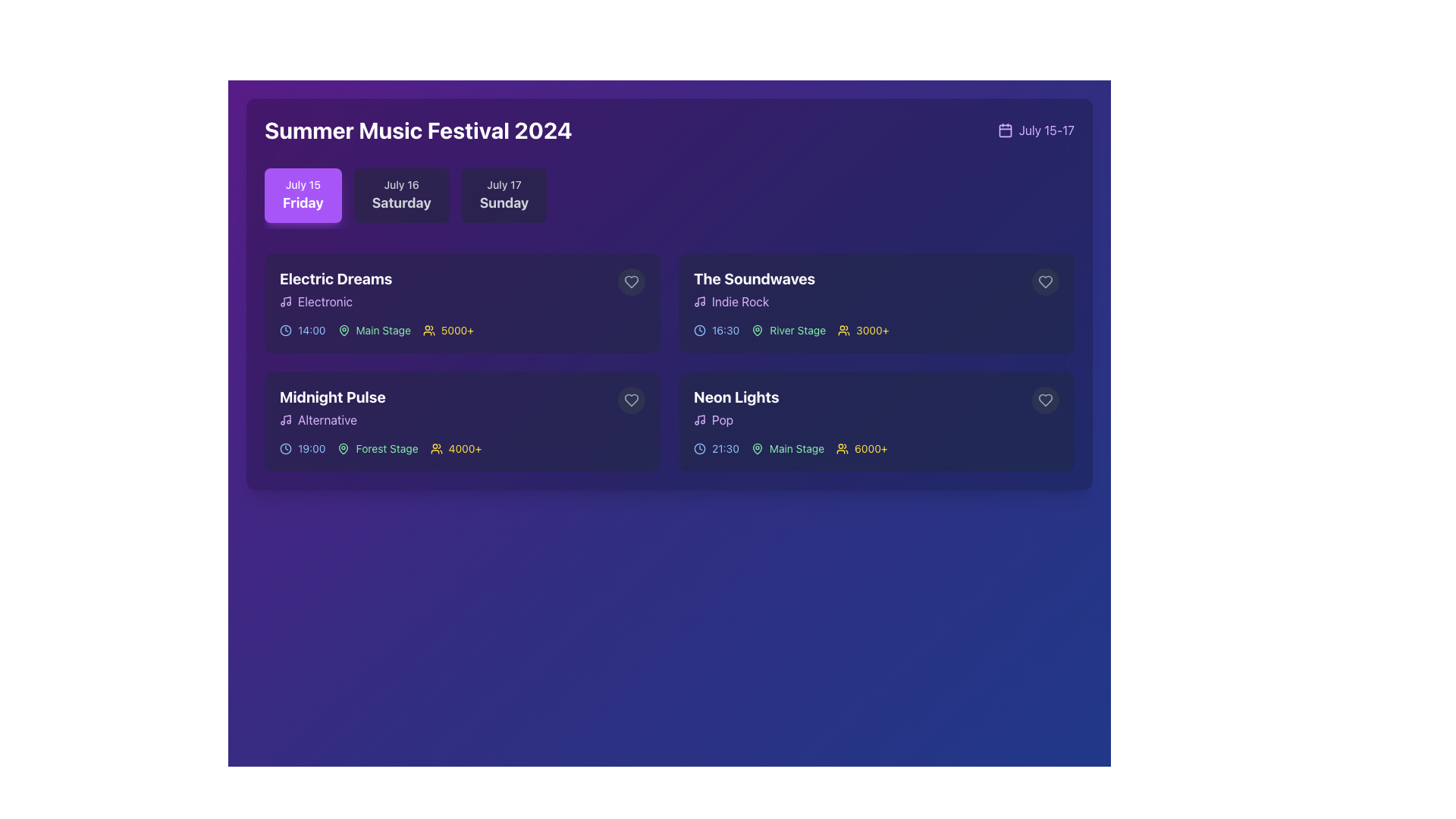 Image resolution: width=1456 pixels, height=819 pixels. Describe the element at coordinates (1044, 281) in the screenshot. I see `the favorite button located at the top-right corner of 'The Soundwaves' card layout, directly to the right of 'Indie Rock', to change its color` at that location.